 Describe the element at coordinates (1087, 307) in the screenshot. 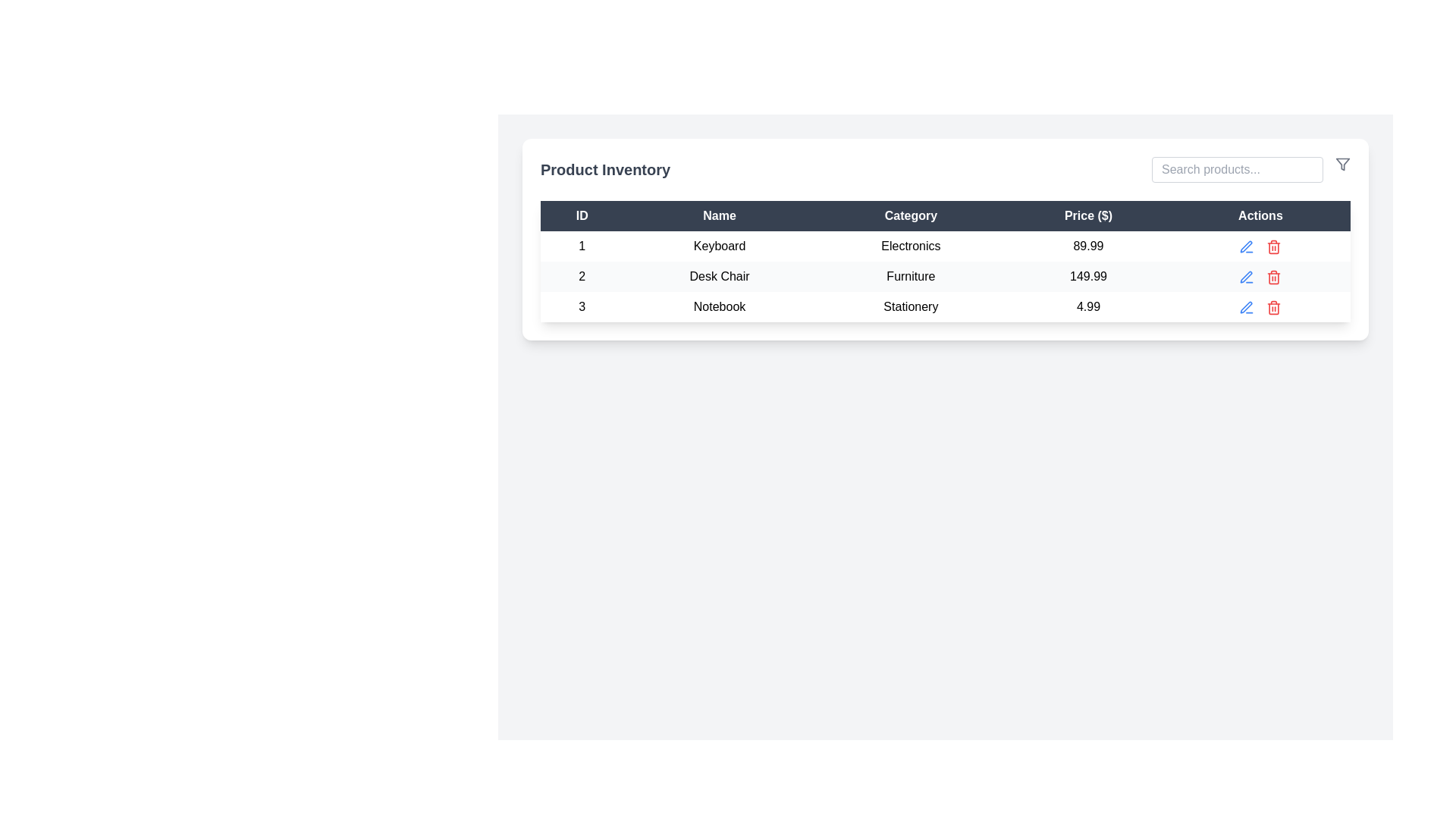

I see `the Static Text displaying the price '4.99' for the entry 'Notebook' in the fourth column labeled 'Price ($)' of the table` at that location.